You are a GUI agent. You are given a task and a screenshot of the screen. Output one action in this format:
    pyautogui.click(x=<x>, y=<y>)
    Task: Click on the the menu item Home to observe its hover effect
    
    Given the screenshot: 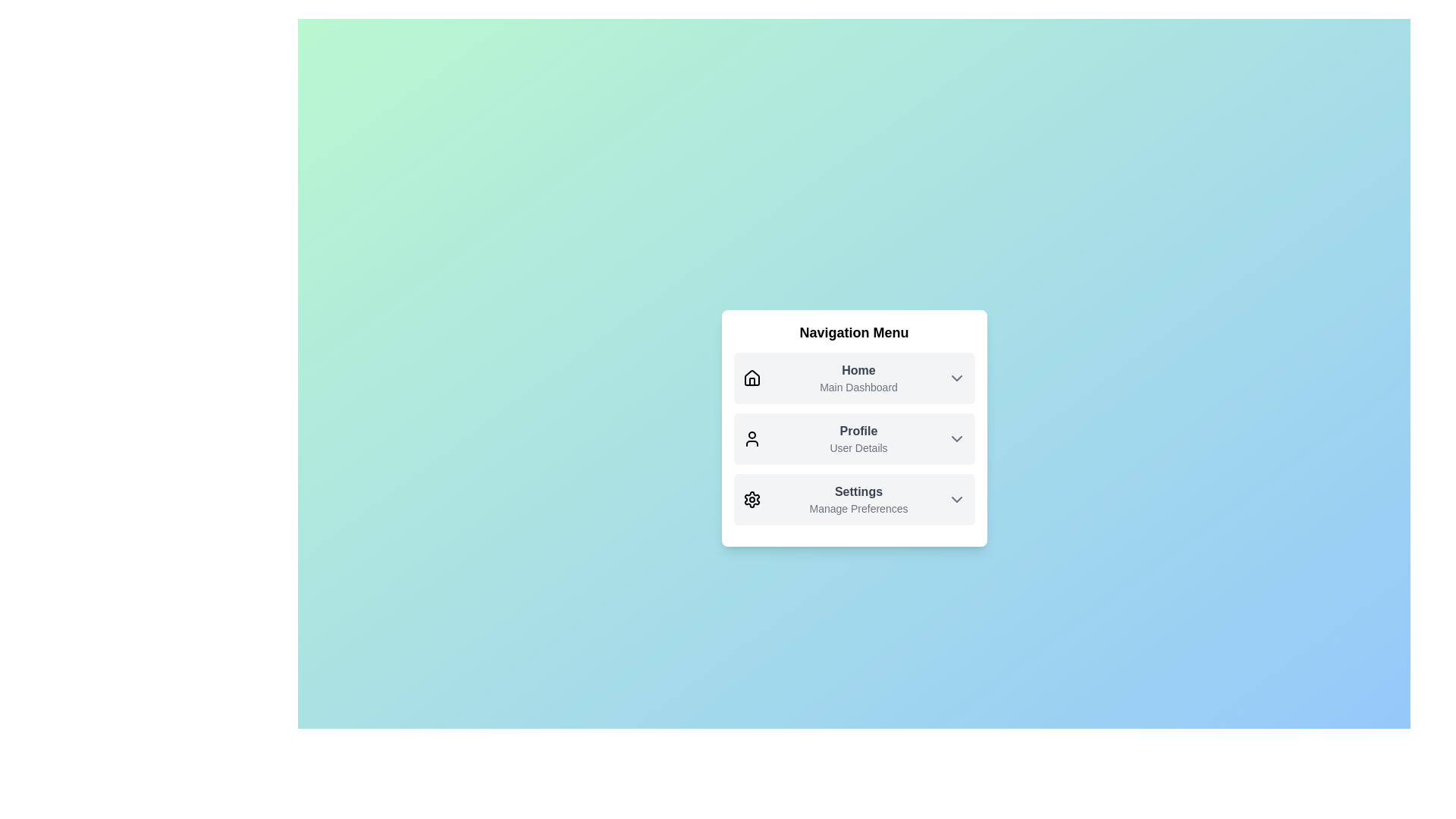 What is the action you would take?
    pyautogui.click(x=854, y=377)
    